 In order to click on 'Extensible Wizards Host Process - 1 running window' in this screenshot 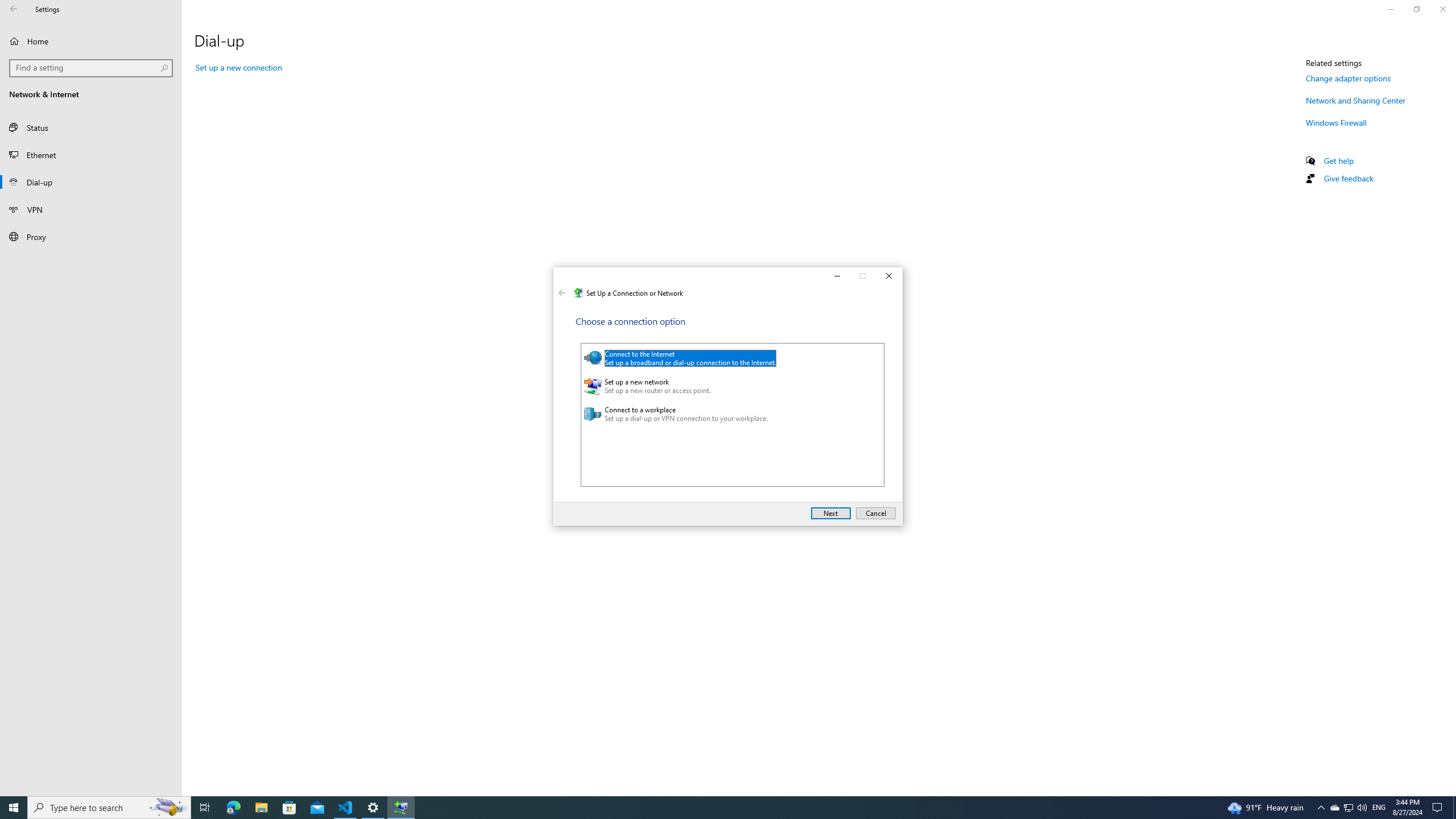, I will do `click(401, 806)`.